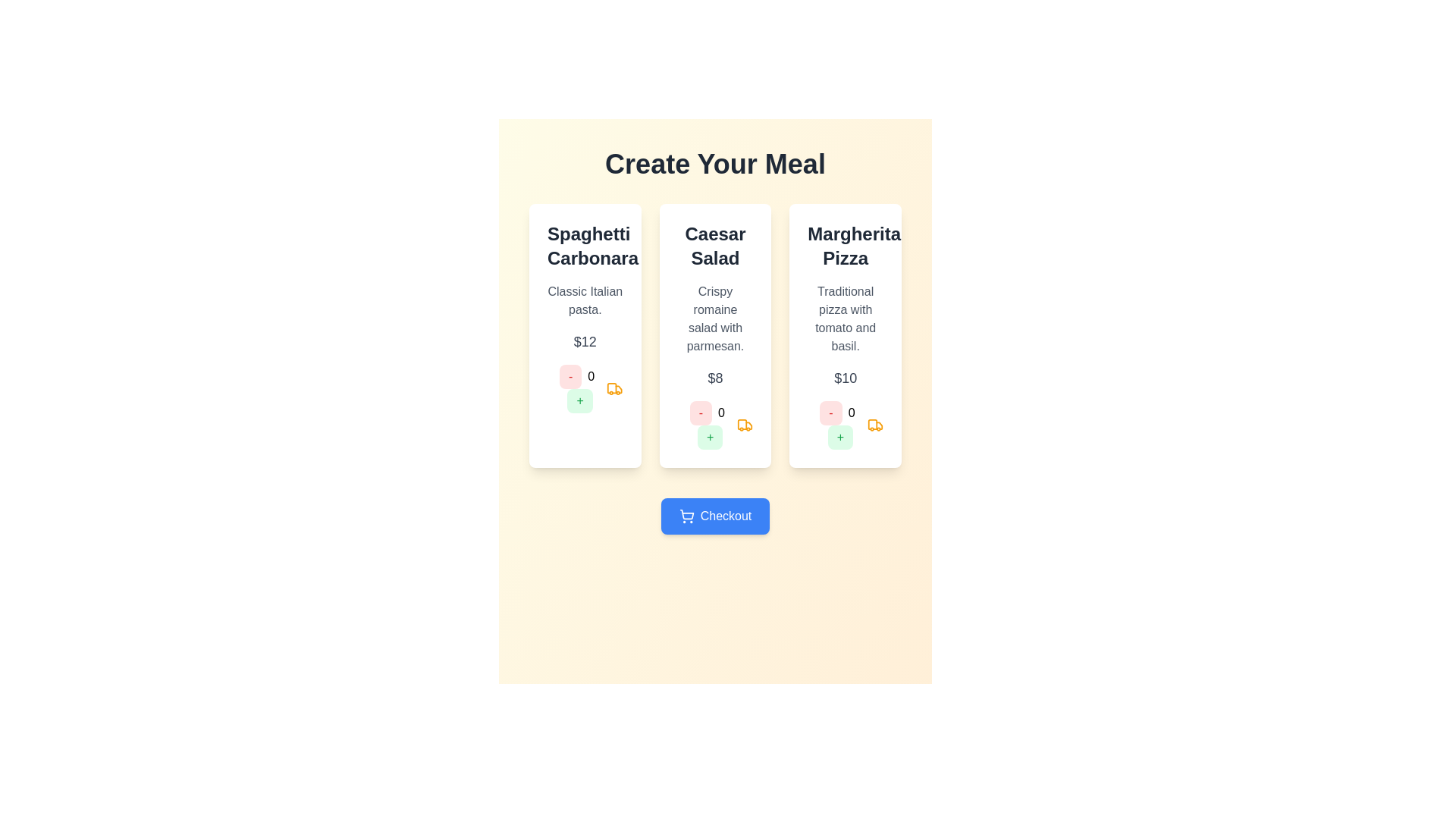  Describe the element at coordinates (686, 513) in the screenshot. I see `the shopping cart vector graphic located at the center of the blue 'Checkout' button` at that location.